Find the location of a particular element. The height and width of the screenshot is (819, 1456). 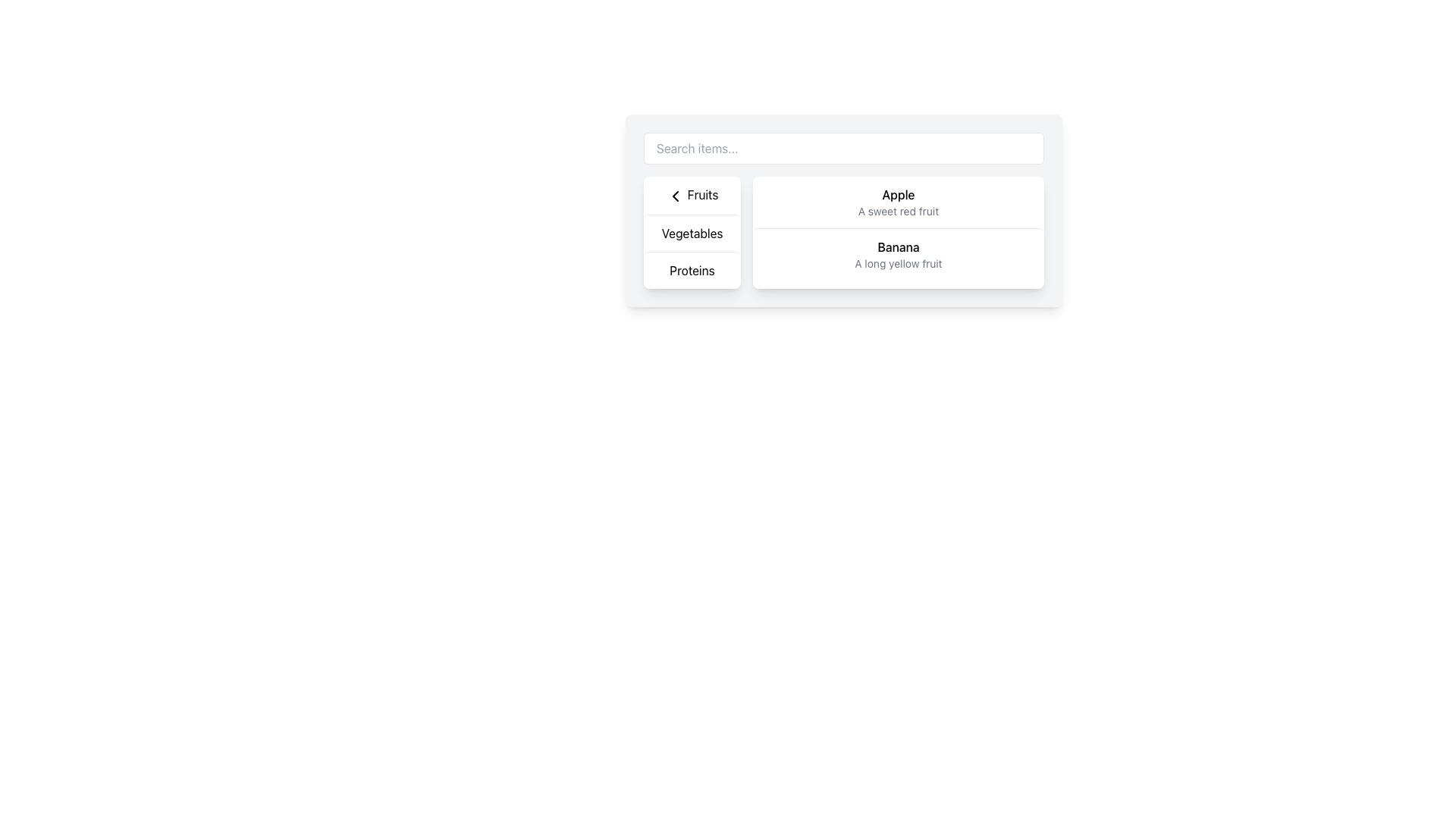

the first list item representing 'Apple' with the description 'A sweet red fruit' is located at coordinates (899, 201).